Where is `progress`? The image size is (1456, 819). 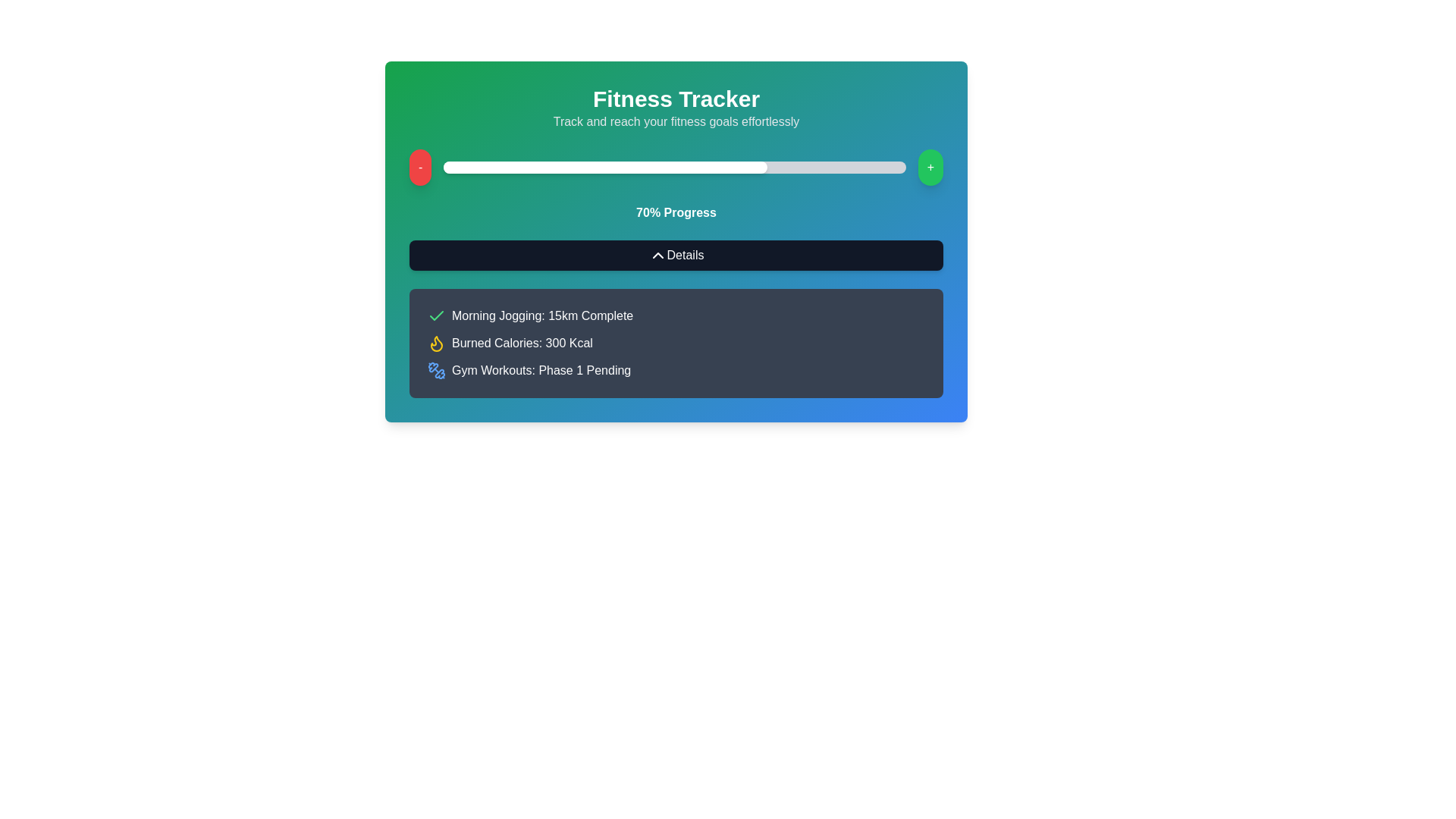
progress is located at coordinates (522, 167).